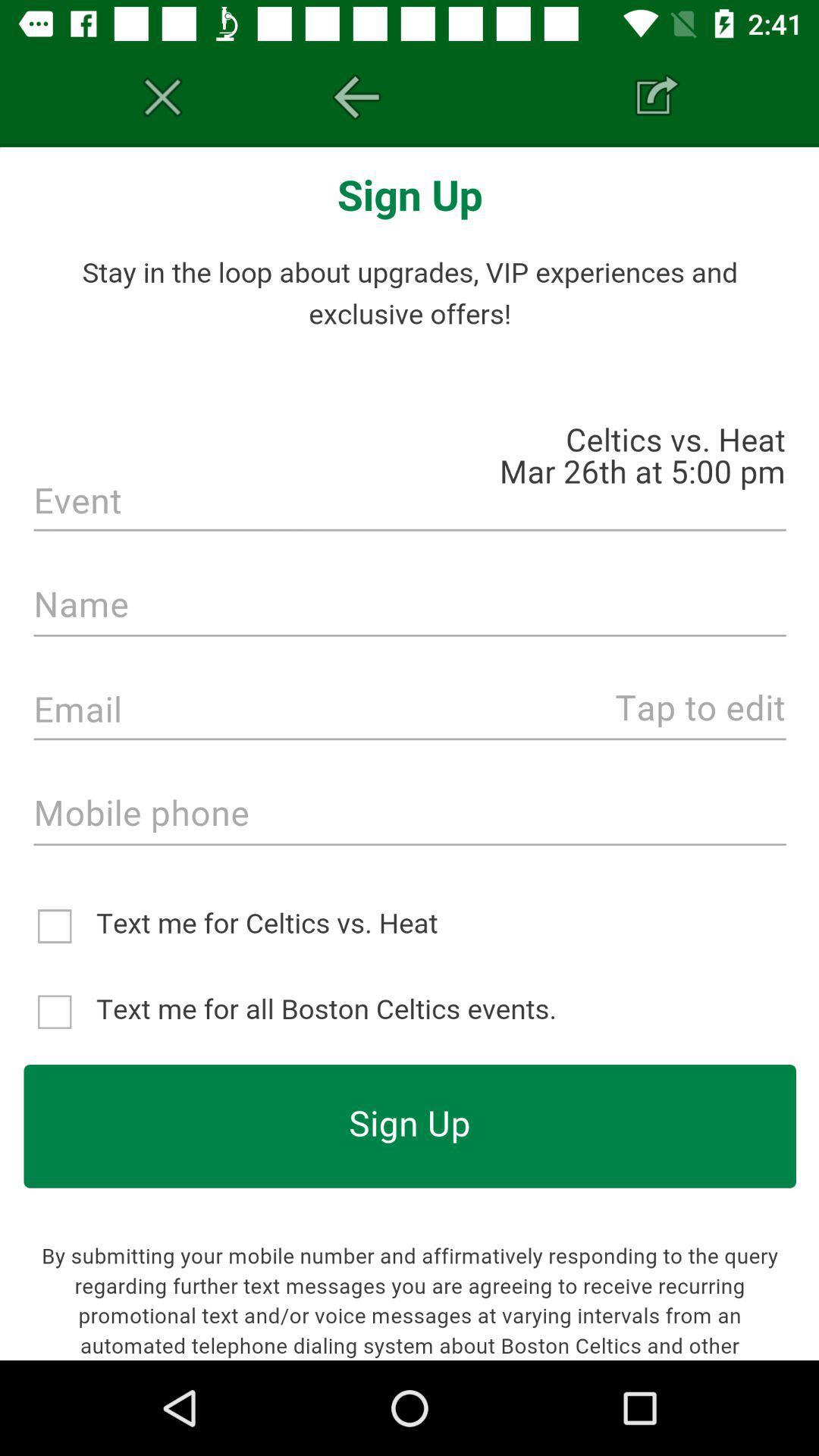  Describe the element at coordinates (356, 96) in the screenshot. I see `the arrow_backward icon` at that location.